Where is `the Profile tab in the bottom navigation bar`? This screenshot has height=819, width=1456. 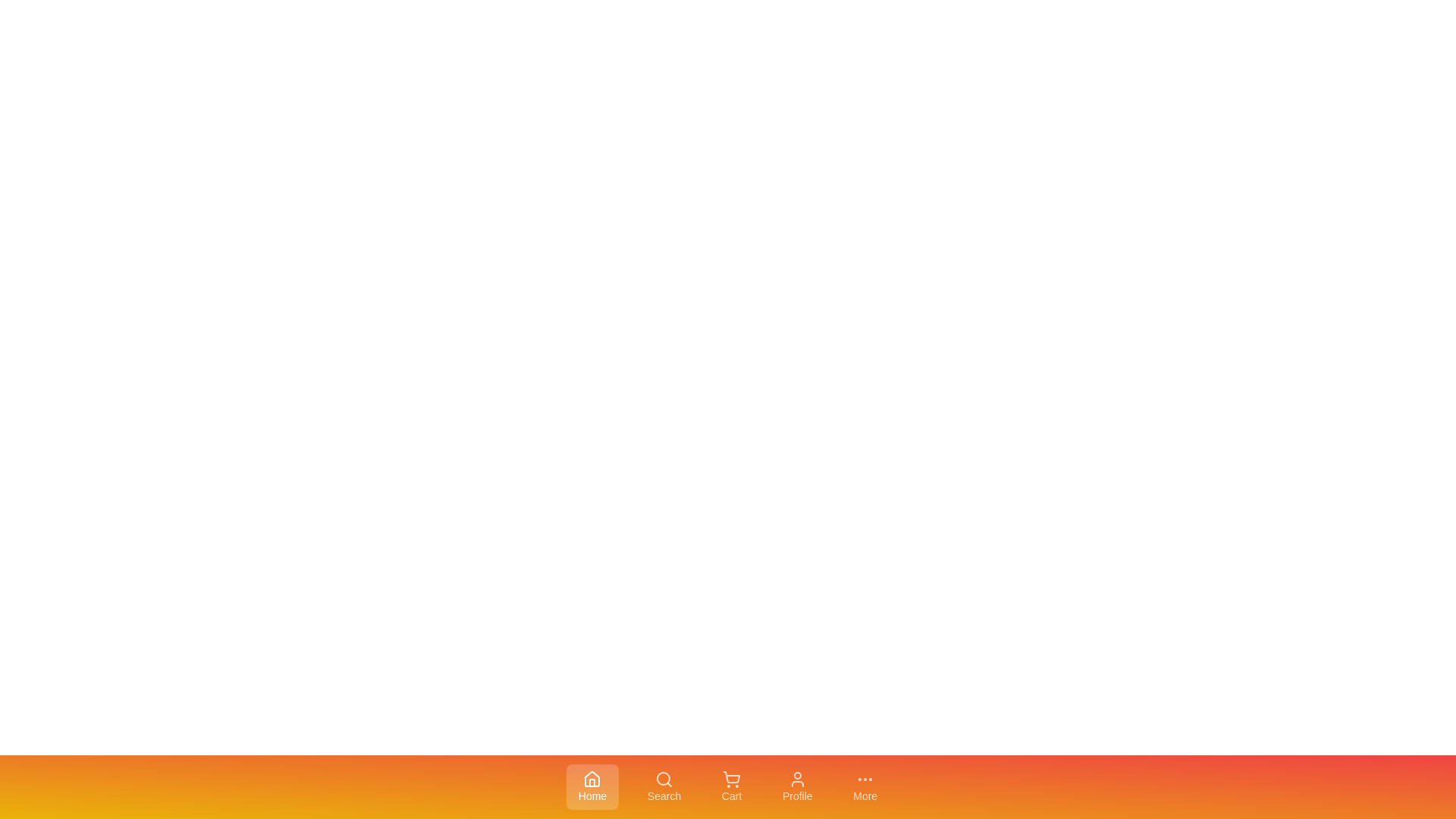 the Profile tab in the bottom navigation bar is located at coordinates (796, 786).